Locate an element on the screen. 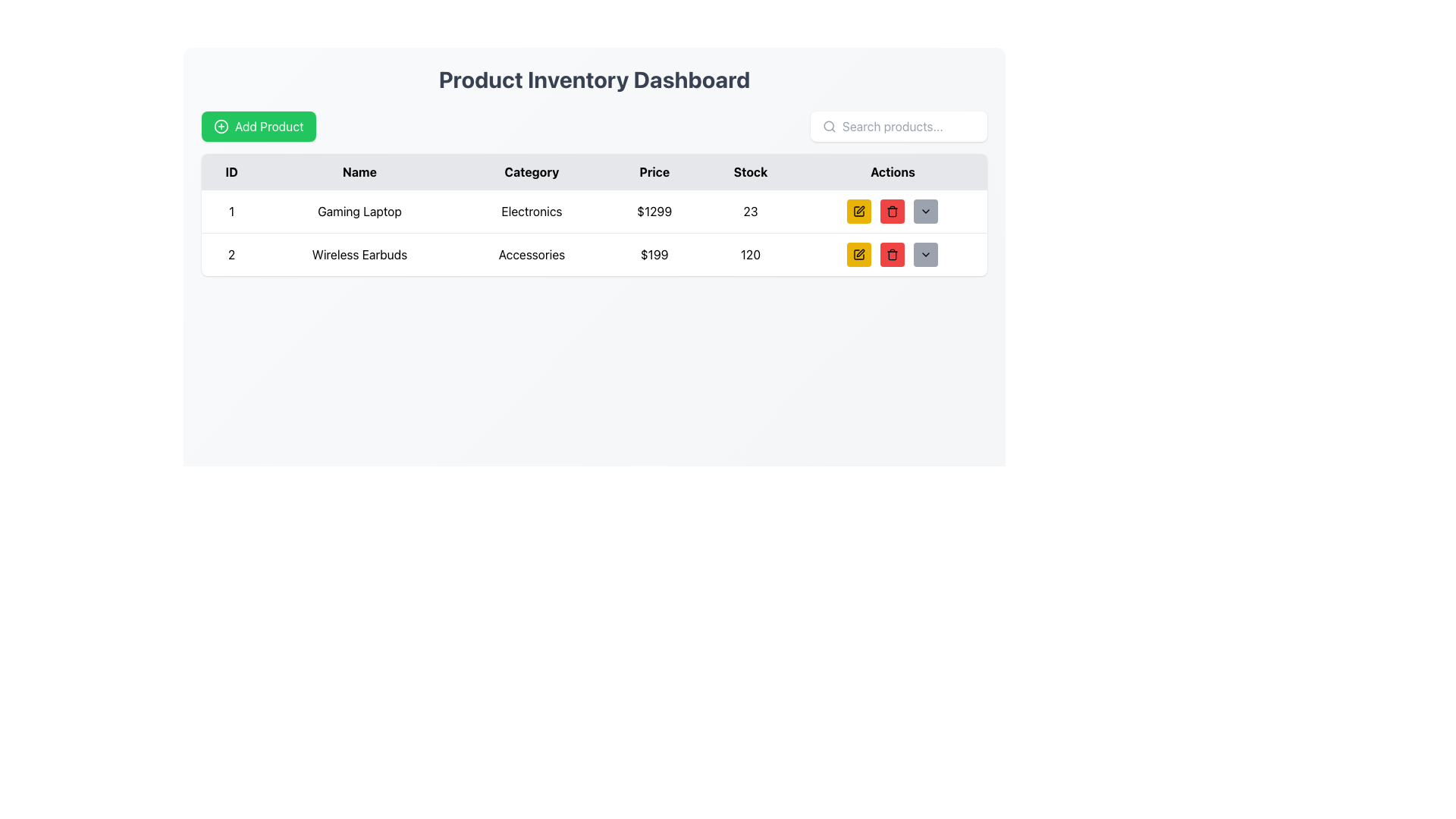 The height and width of the screenshot is (819, 1456). the price display for the 'Gaming Laptop' located in the fourth column of the first row of the table under the 'Price' header is located at coordinates (654, 212).